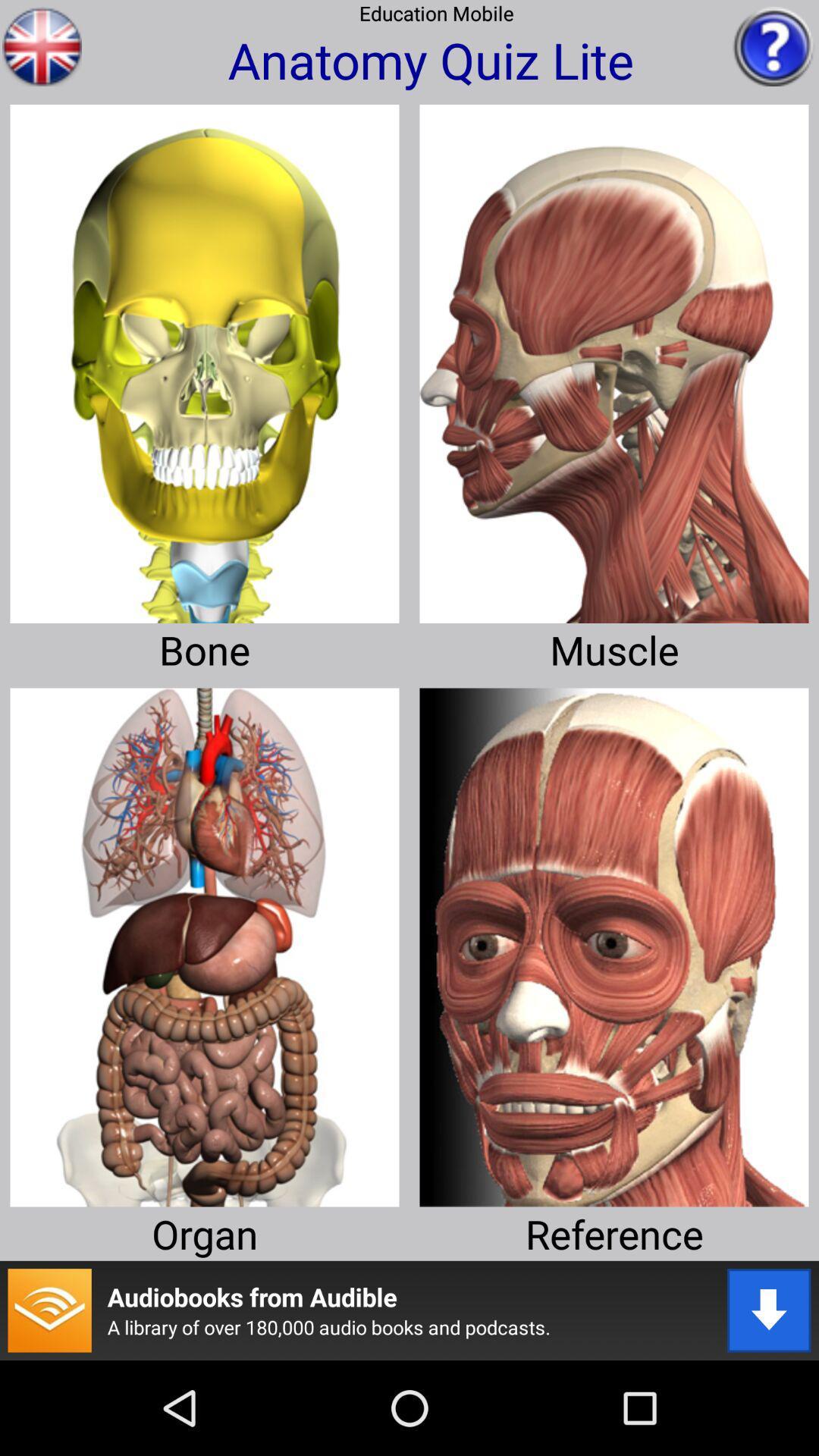  Describe the element at coordinates (205, 941) in the screenshot. I see `organ selection` at that location.